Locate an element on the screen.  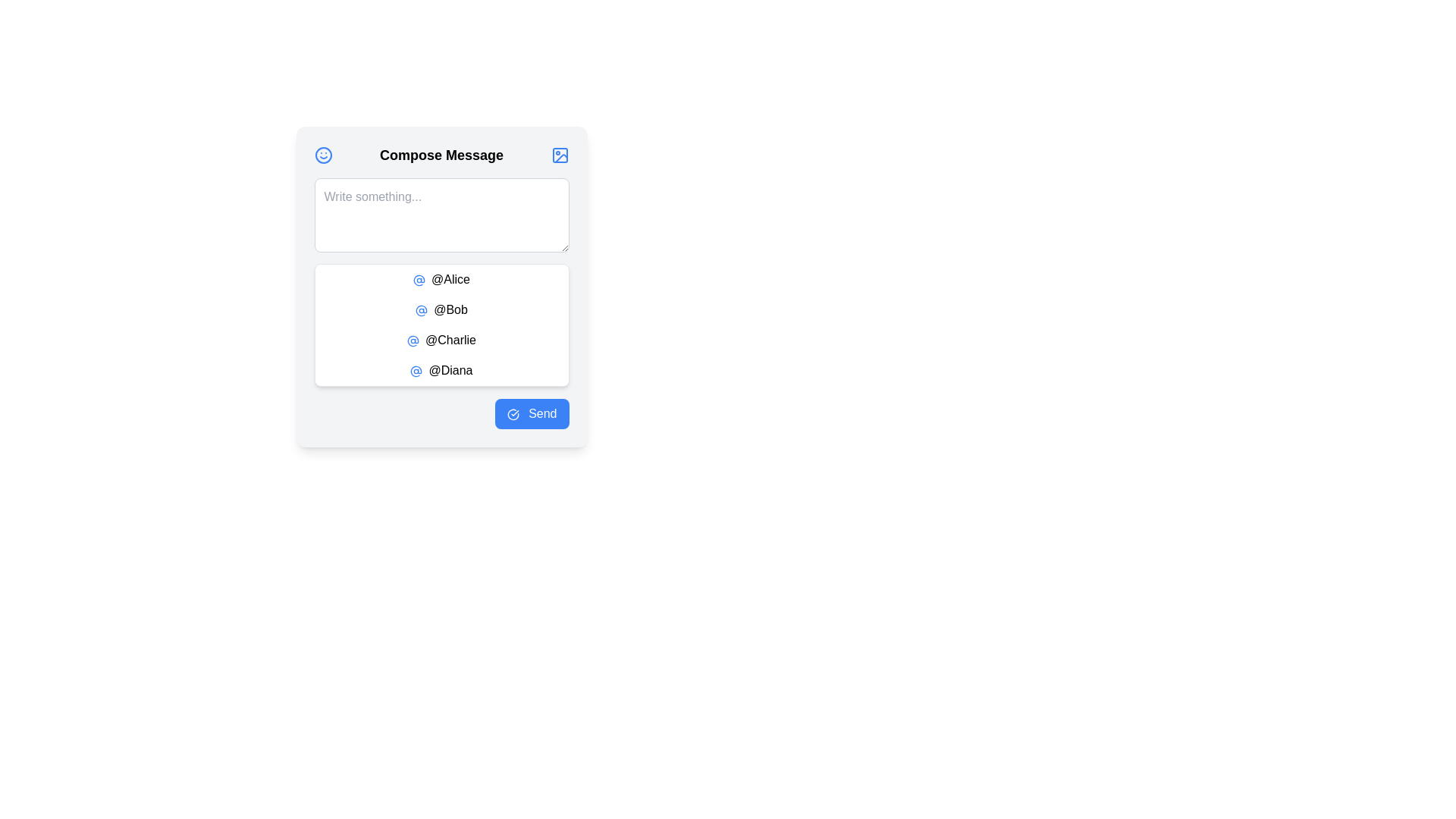
the '@Diana' text button in the vertical list of mention buttons, which has a blue '@' icon and changes color on hover is located at coordinates (441, 371).